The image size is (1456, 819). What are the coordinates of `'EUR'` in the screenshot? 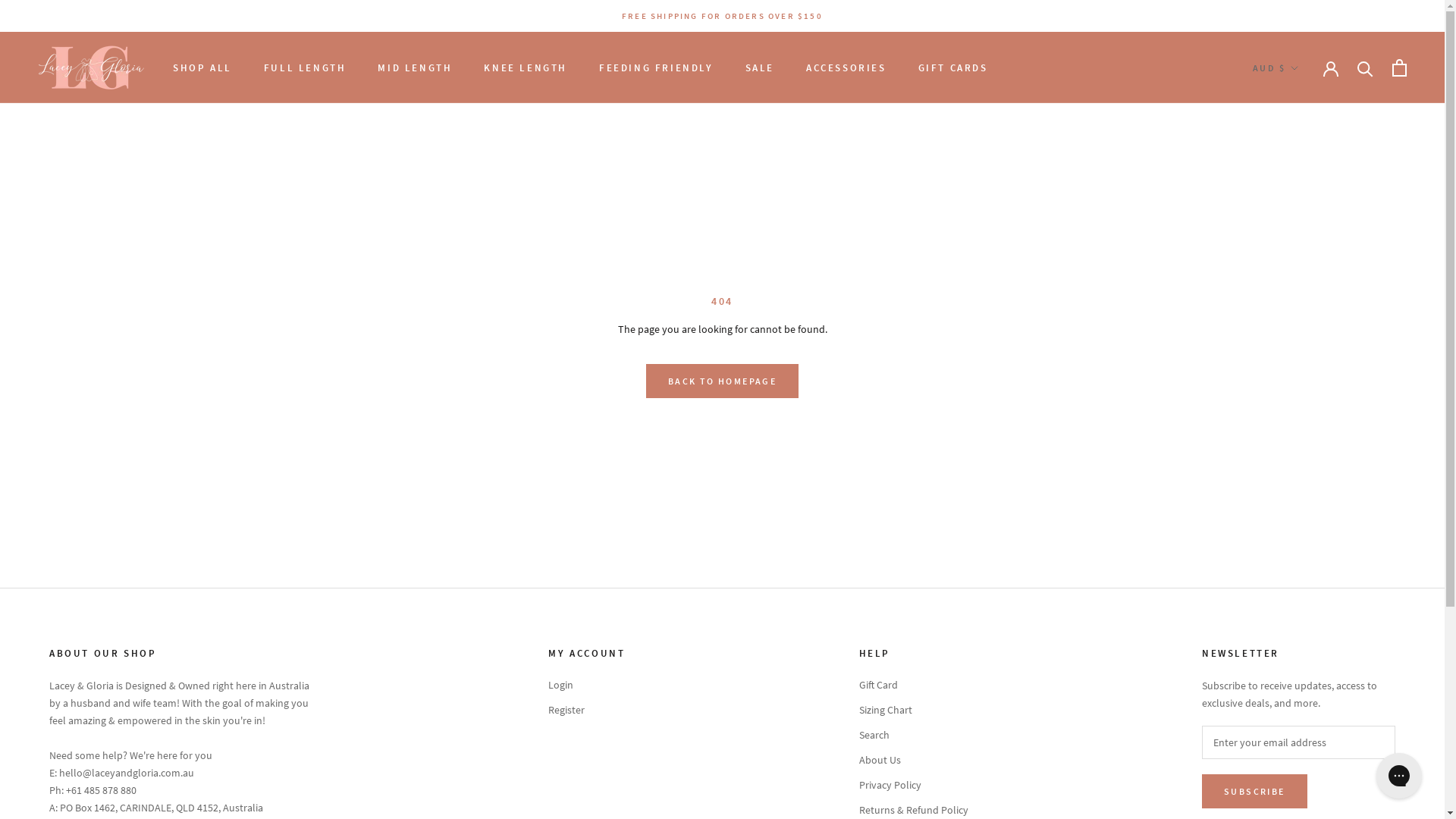 It's located at (1292, 148).